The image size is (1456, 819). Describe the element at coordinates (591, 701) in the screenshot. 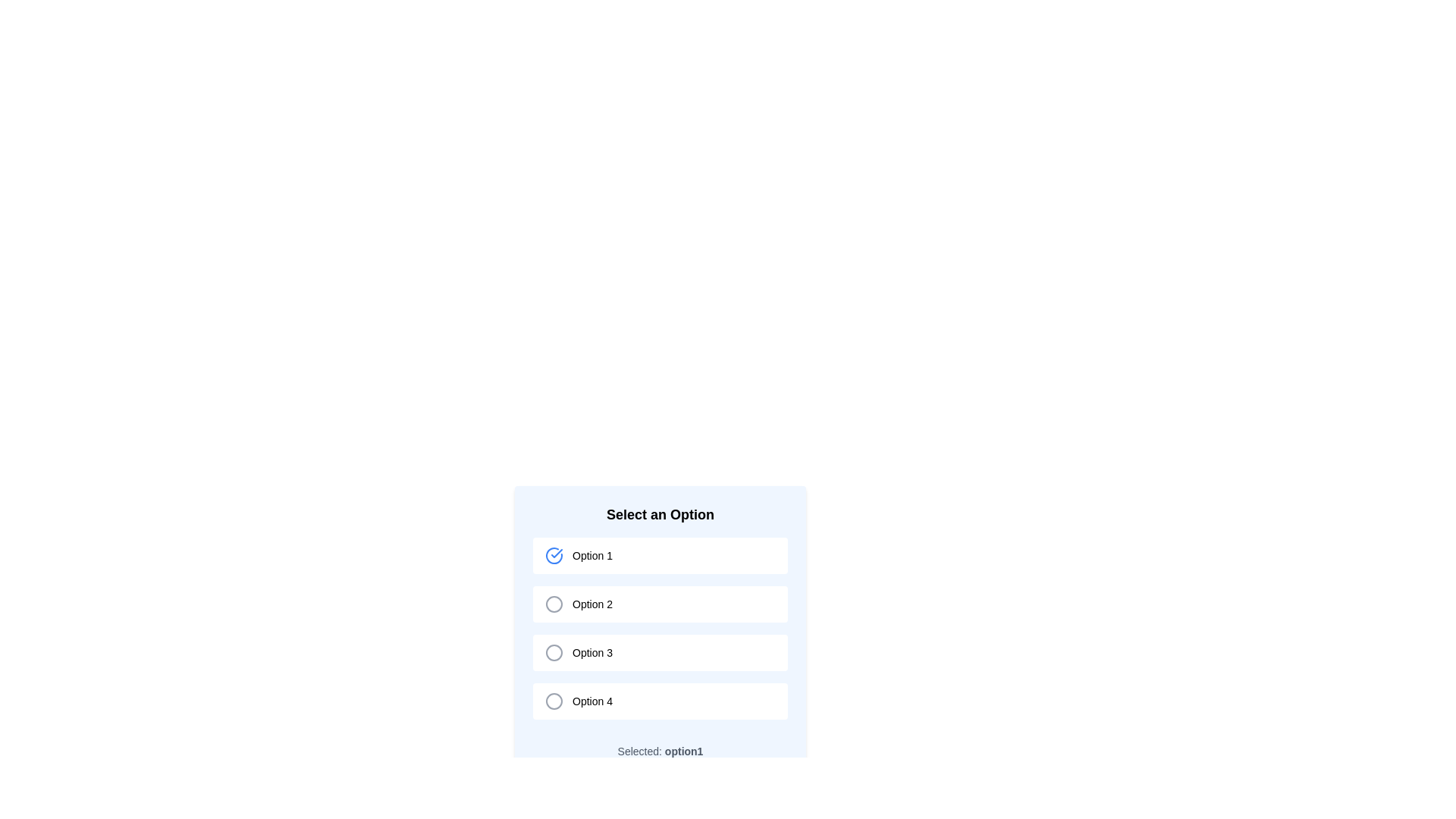

I see `the label displaying 'Option 4' located in the fourth row of a vertically stacked selection list` at that location.